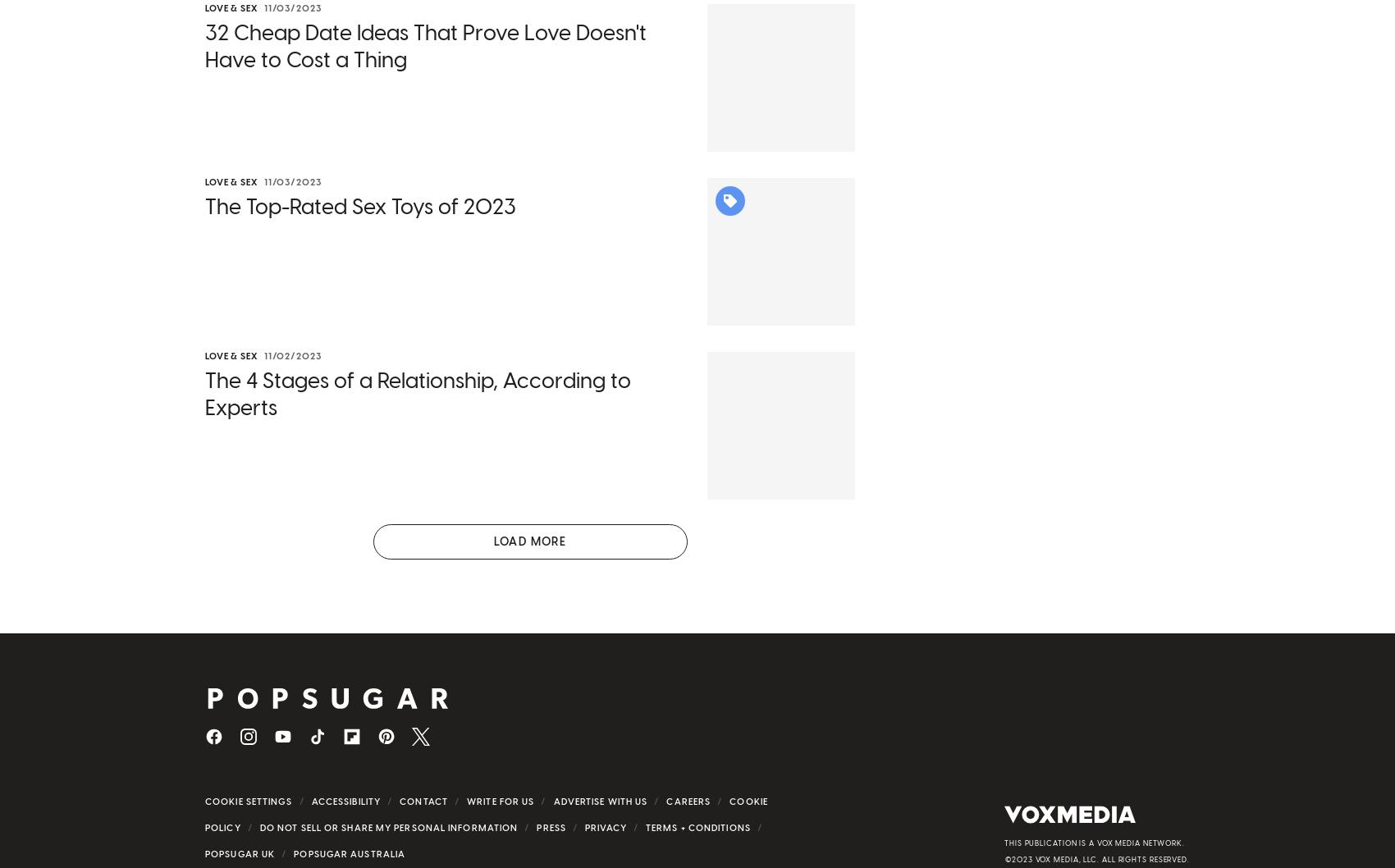 The width and height of the screenshot is (1395, 868). Describe the element at coordinates (505, 438) in the screenshot. I see `'want butts in chairs'` at that location.